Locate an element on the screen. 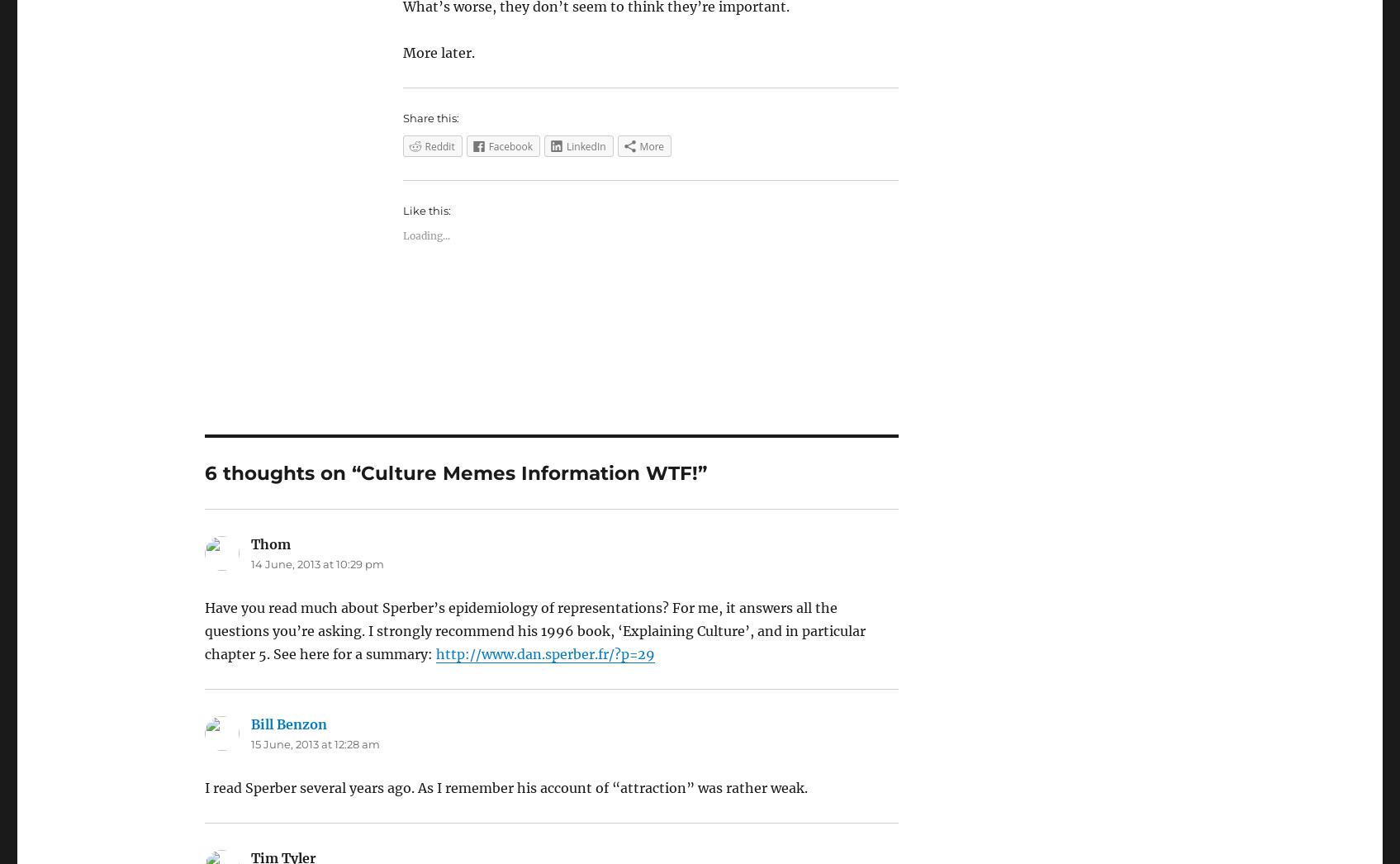 The height and width of the screenshot is (864, 1400). 'Thom' is located at coordinates (269, 543).